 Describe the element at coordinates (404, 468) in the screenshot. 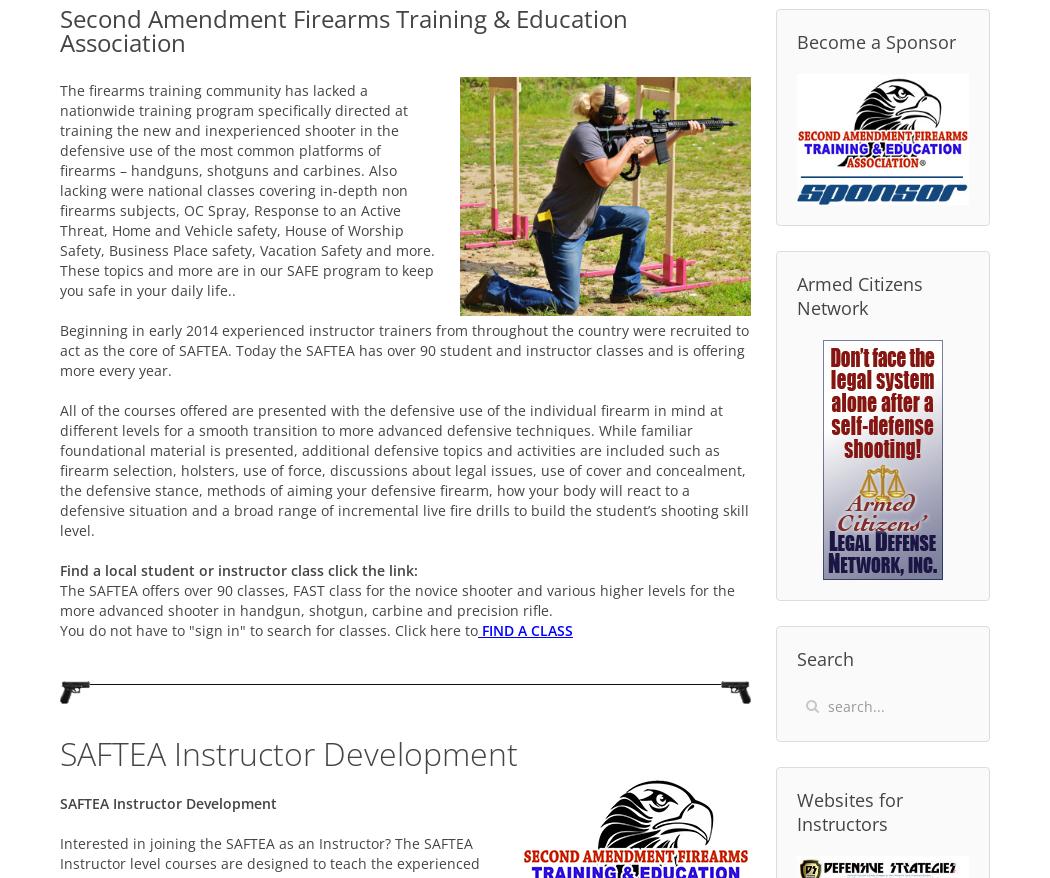

I see `'All of the courses offered are presented with the defensive use of the individual firearm in mind at different levels for a smooth transition to more advanced defensive techniques. While familiar foundational material is presented, additional defensive topics and activities are included such as firearm selection, holsters, use of force, discussions about legal issues, use of cover and concealment, the defensive stance, methods of aiming your defensive firearm, how your body will react to a defensive situation and a broad range of incremental live fire drills to build the student’s shooting skill level.'` at that location.